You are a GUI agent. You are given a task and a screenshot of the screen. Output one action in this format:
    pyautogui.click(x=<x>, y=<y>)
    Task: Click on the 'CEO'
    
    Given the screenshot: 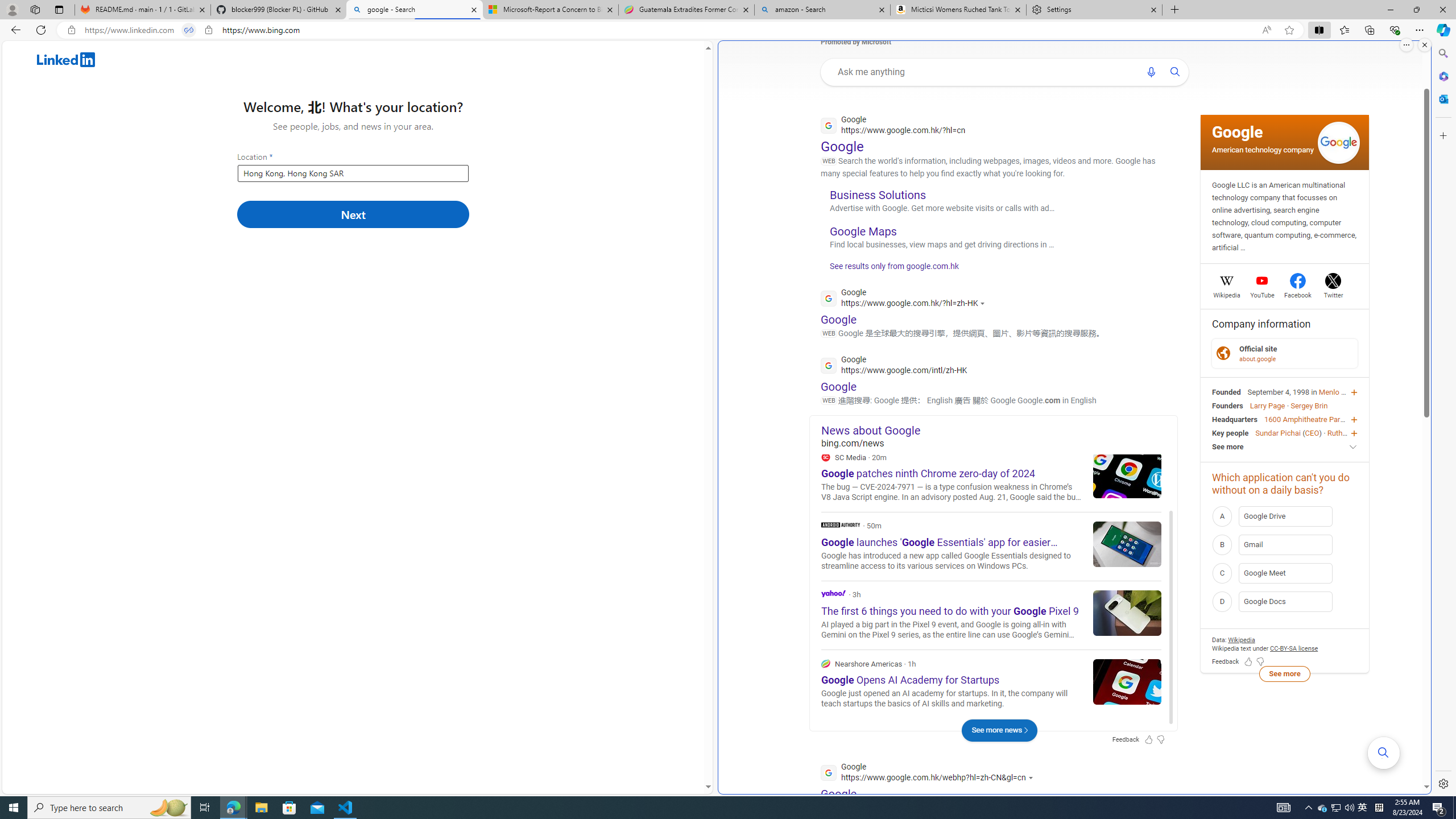 What is the action you would take?
    pyautogui.click(x=1312, y=433)
    